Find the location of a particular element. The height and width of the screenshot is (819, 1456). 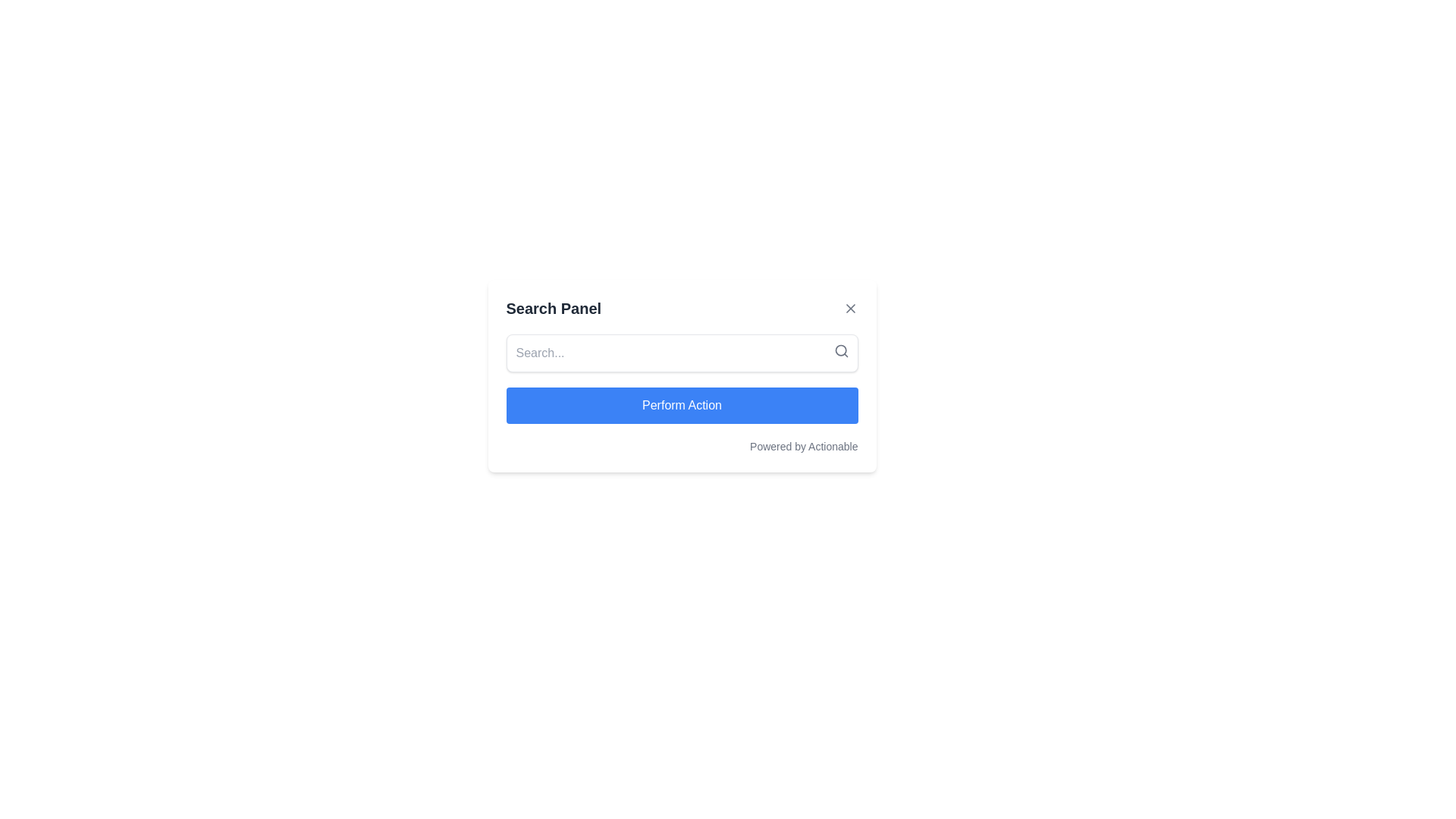

the graphical icon representing the search function, which is a circle within a magnifying glass located to the right of the input field labeled 'Search...' is located at coordinates (839, 350).